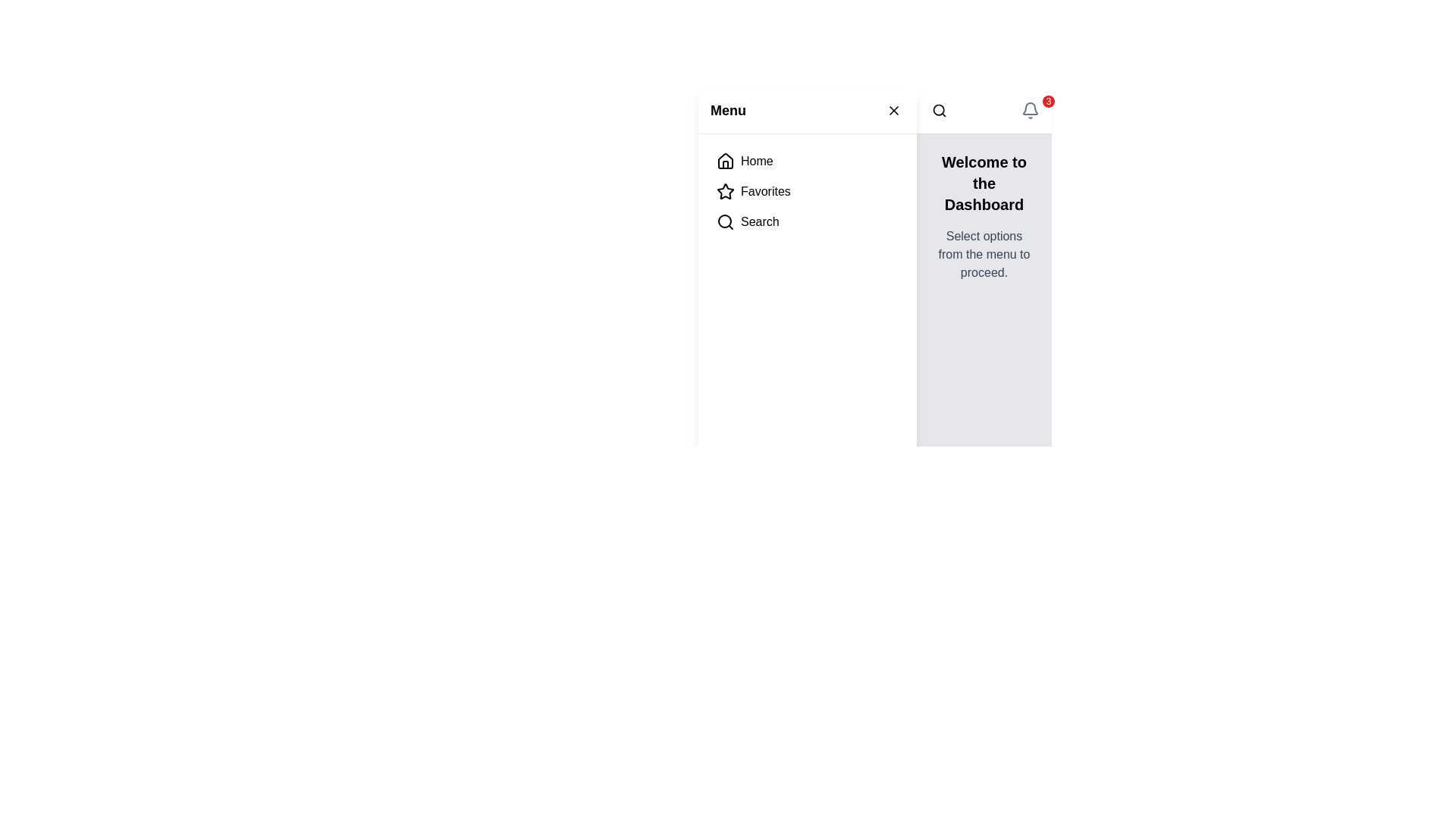 Image resolution: width=1456 pixels, height=819 pixels. What do you see at coordinates (1030, 110) in the screenshot?
I see `the Notification Icon with Badge located in the top navigation bar` at bounding box center [1030, 110].